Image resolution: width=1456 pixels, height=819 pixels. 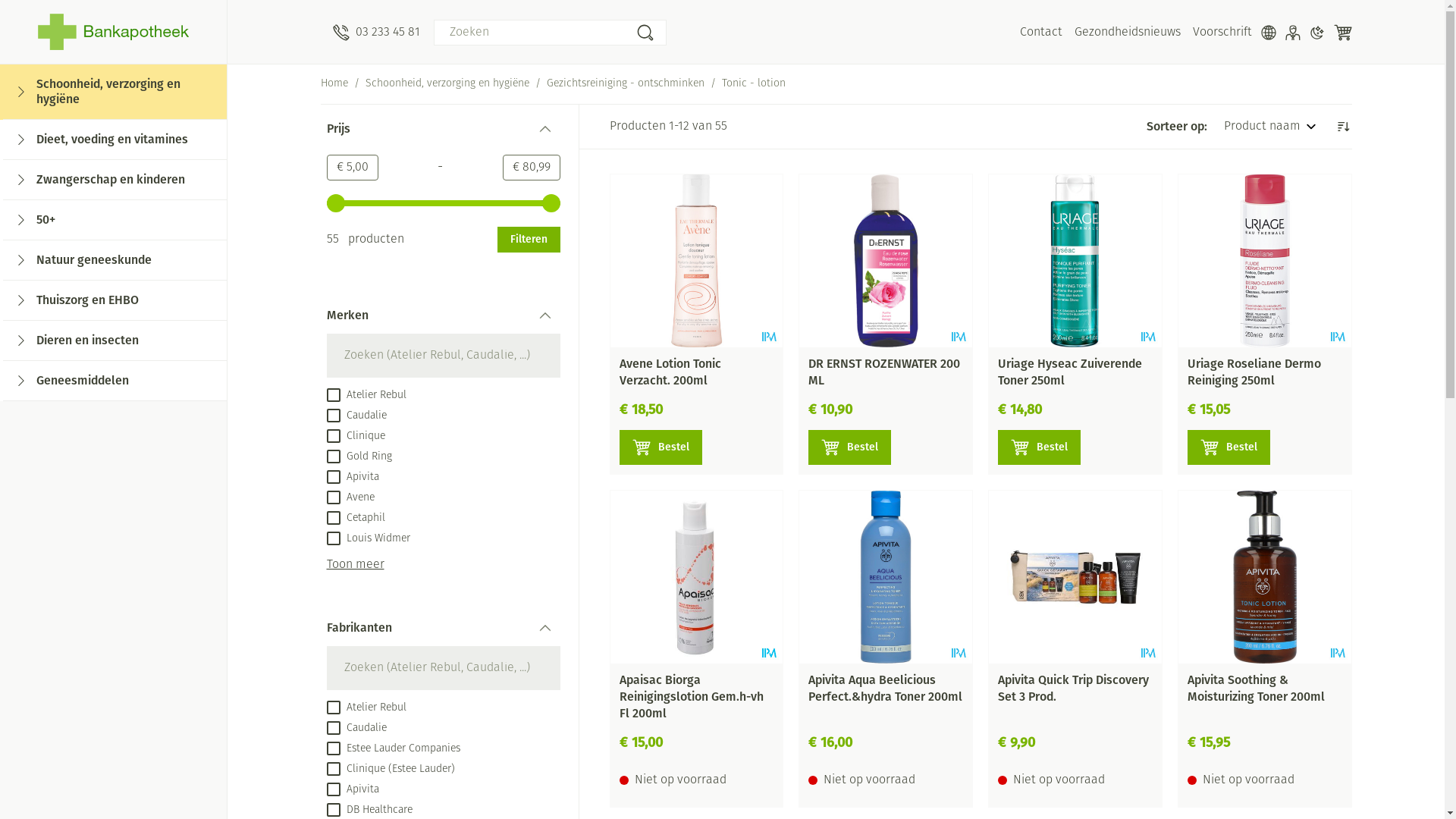 What do you see at coordinates (114, 340) in the screenshot?
I see `'Dieren en insecten'` at bounding box center [114, 340].